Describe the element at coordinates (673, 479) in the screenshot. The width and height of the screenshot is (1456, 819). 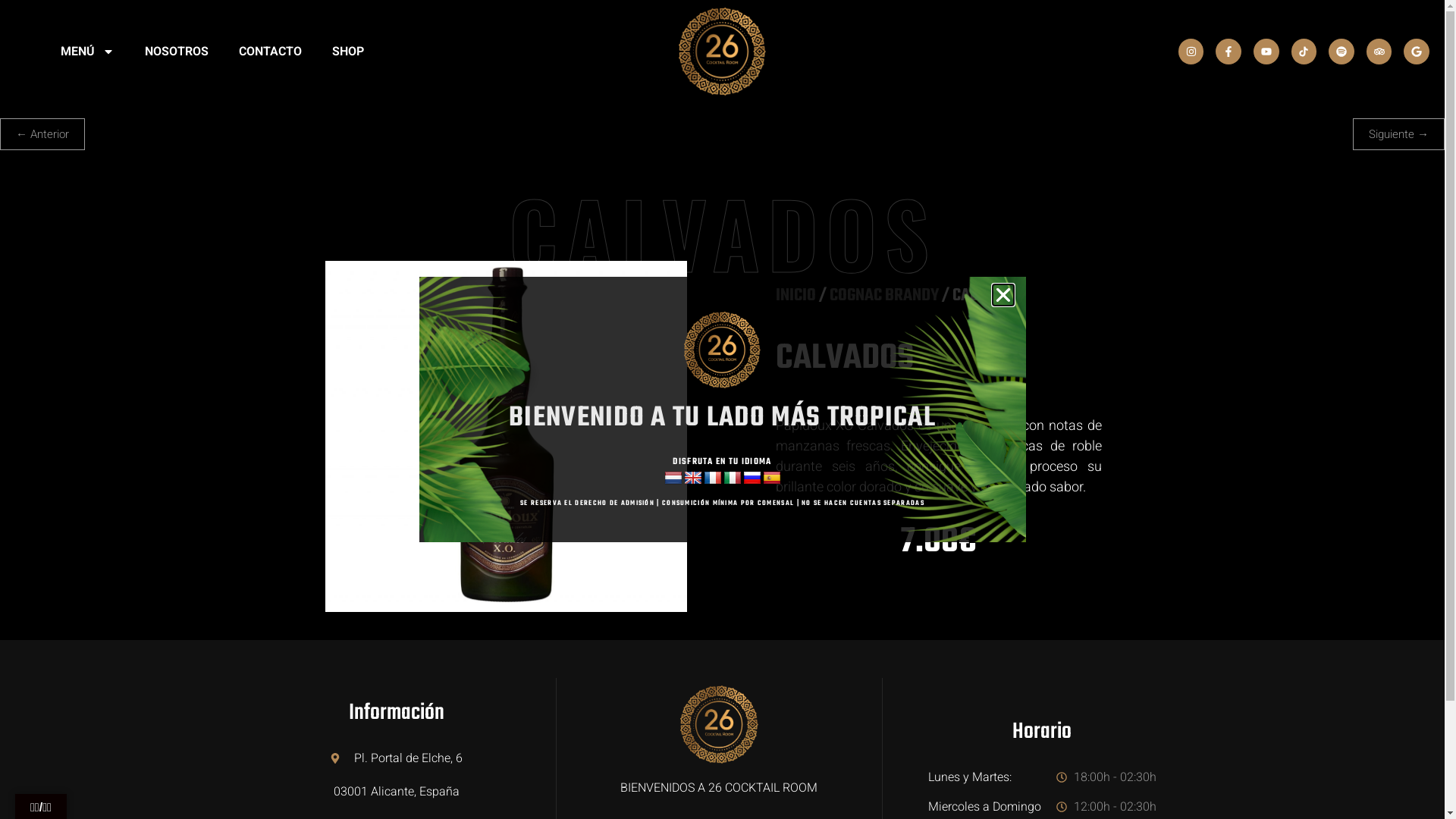
I see `'Dutch'` at that location.